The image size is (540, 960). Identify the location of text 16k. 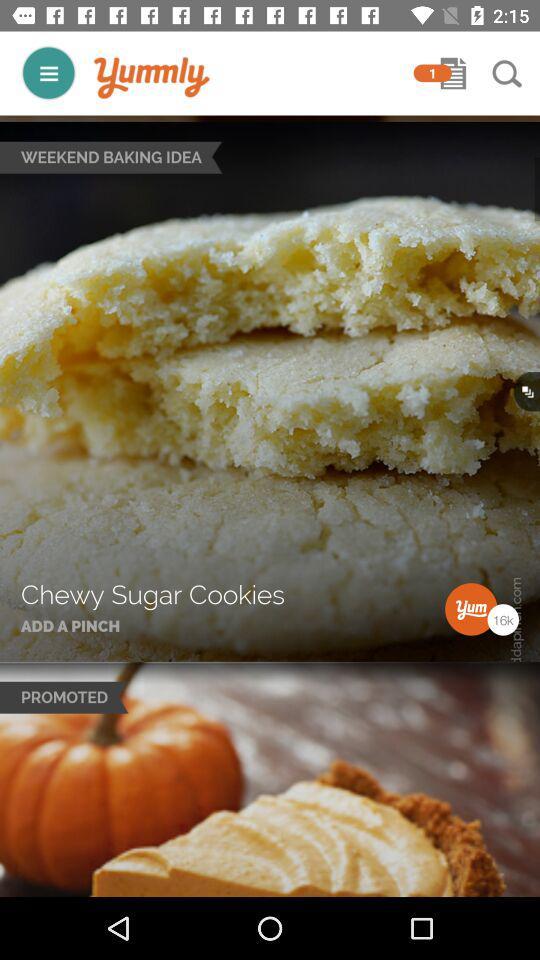
(502, 618).